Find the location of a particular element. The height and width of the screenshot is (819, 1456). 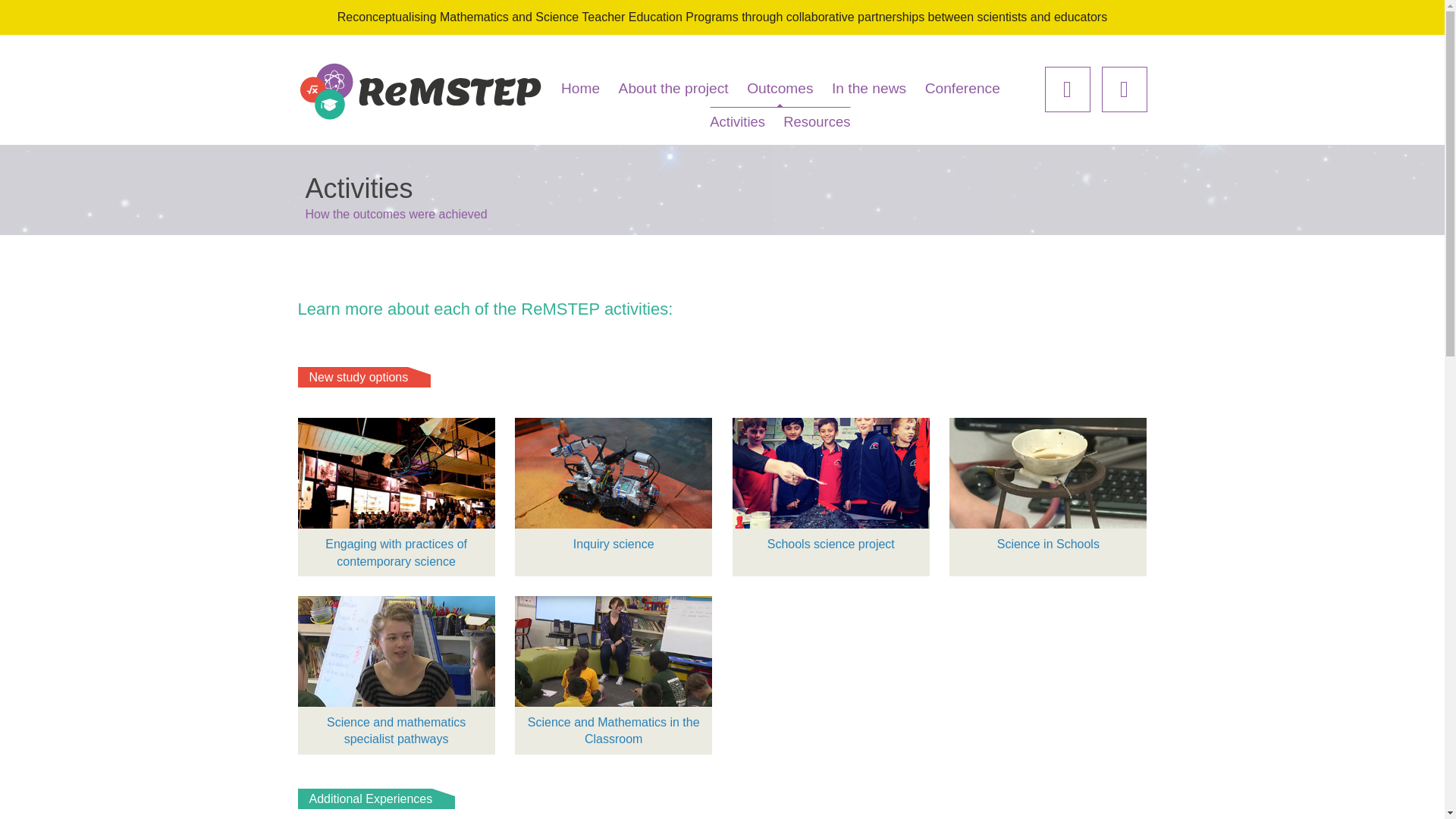

'Inquiry science' is located at coordinates (613, 488).